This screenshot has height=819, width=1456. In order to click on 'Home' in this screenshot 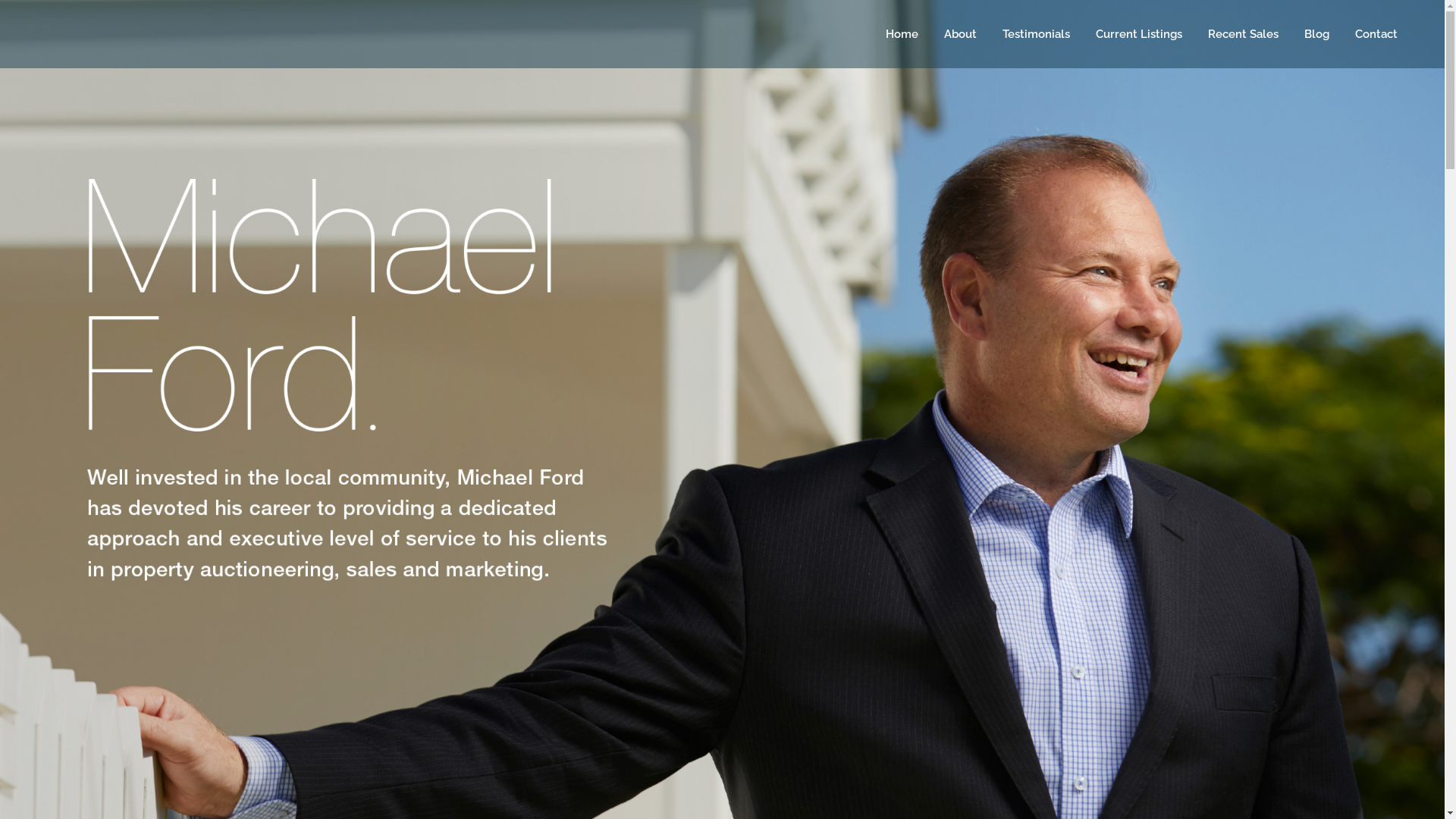, I will do `click(902, 34)`.